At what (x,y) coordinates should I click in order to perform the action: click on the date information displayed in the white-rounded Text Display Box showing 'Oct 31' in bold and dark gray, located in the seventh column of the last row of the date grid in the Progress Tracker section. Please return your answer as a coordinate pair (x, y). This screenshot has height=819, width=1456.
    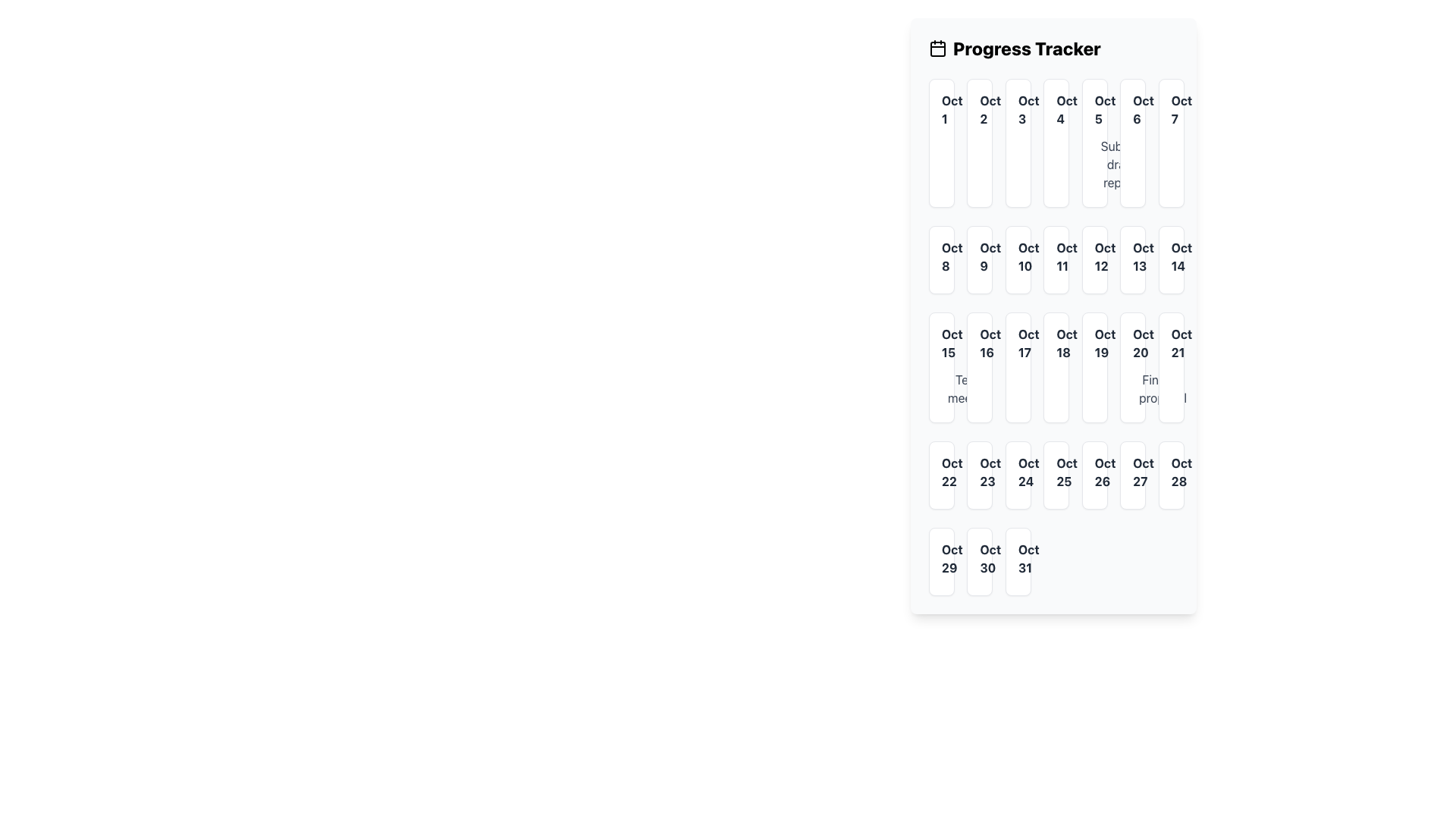
    Looking at the image, I should click on (1018, 561).